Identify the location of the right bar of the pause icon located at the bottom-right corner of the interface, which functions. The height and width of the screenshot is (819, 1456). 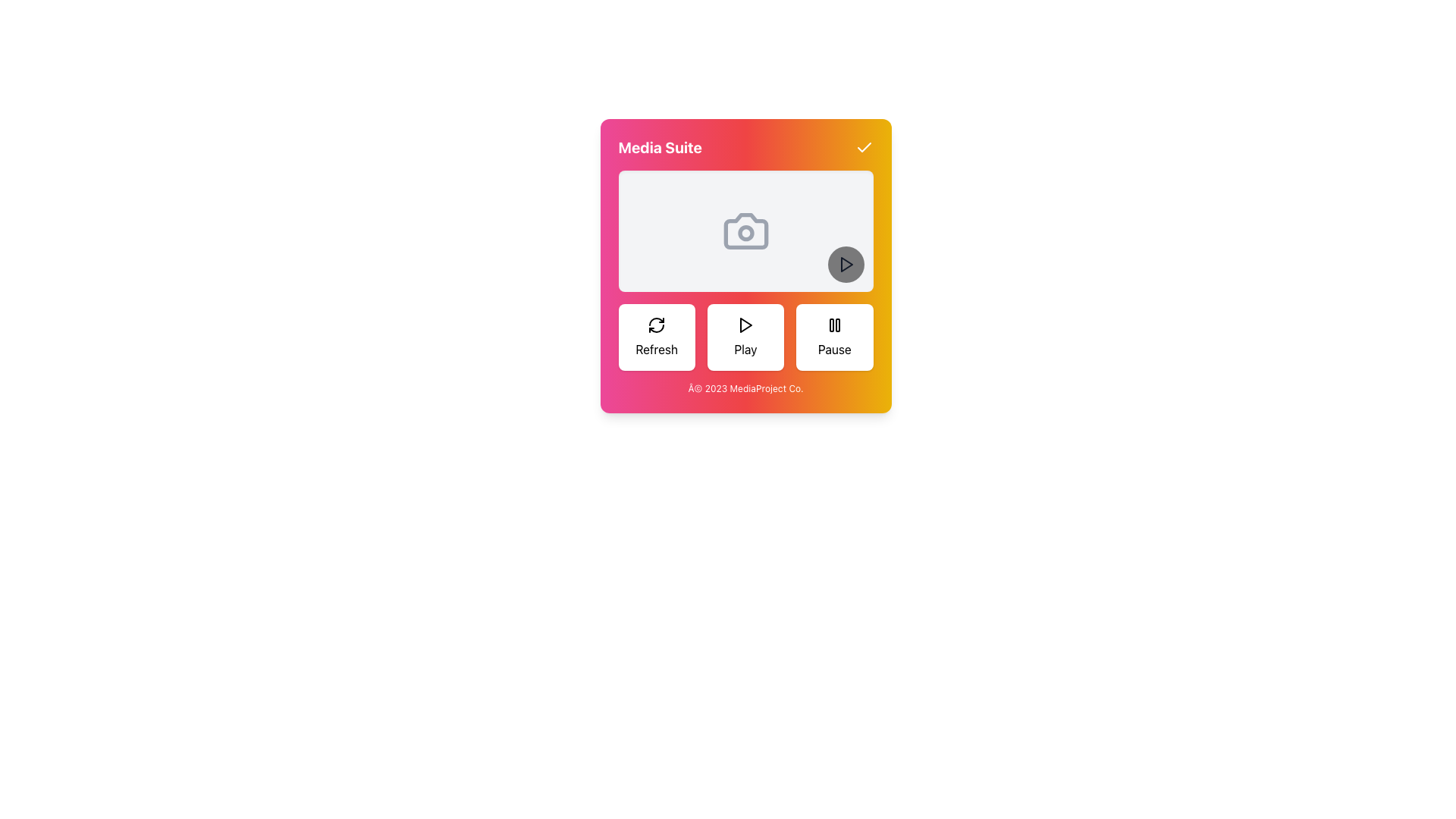
(836, 324).